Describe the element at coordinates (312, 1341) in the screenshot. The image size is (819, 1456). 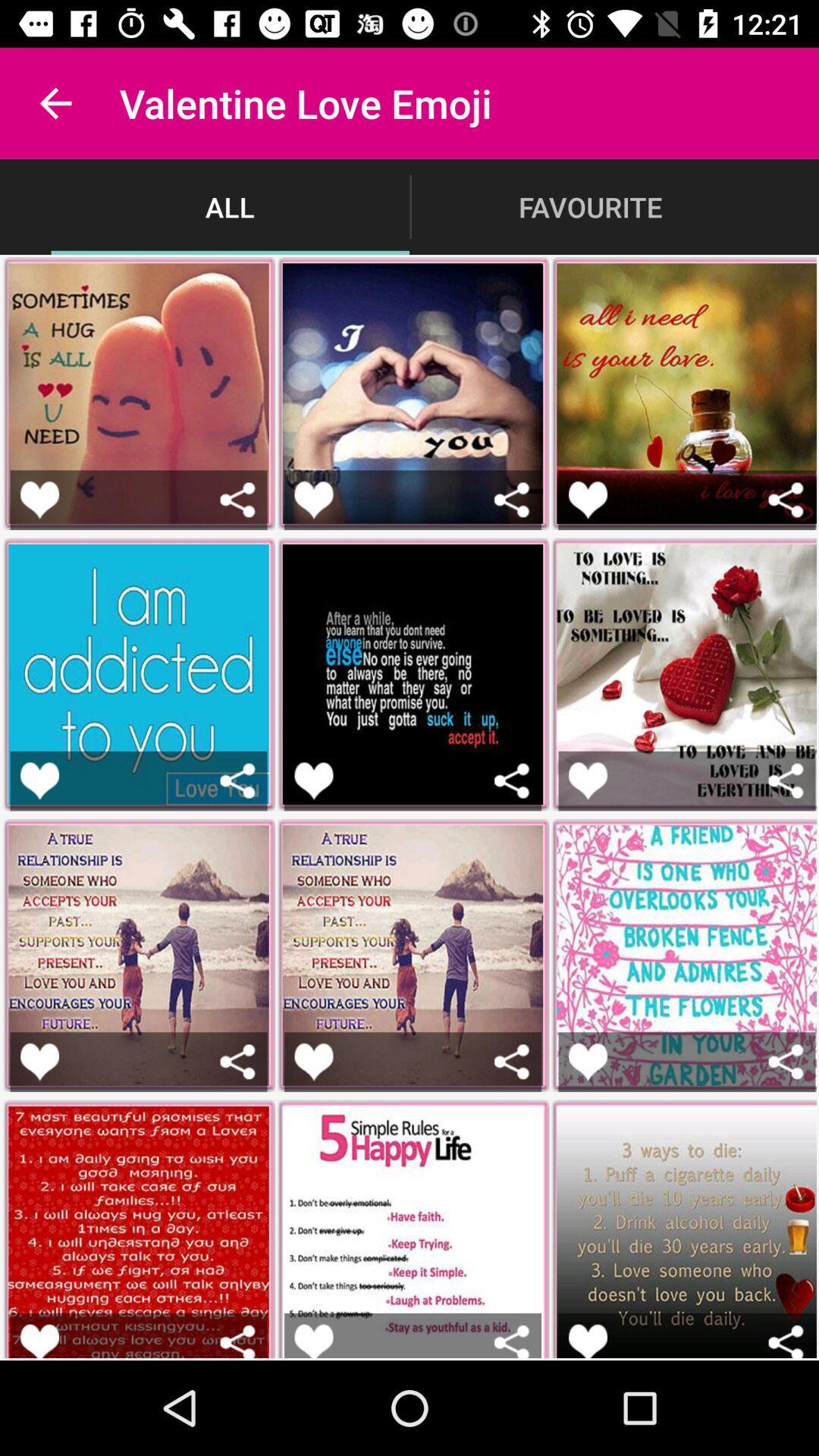
I see `favorite` at that location.